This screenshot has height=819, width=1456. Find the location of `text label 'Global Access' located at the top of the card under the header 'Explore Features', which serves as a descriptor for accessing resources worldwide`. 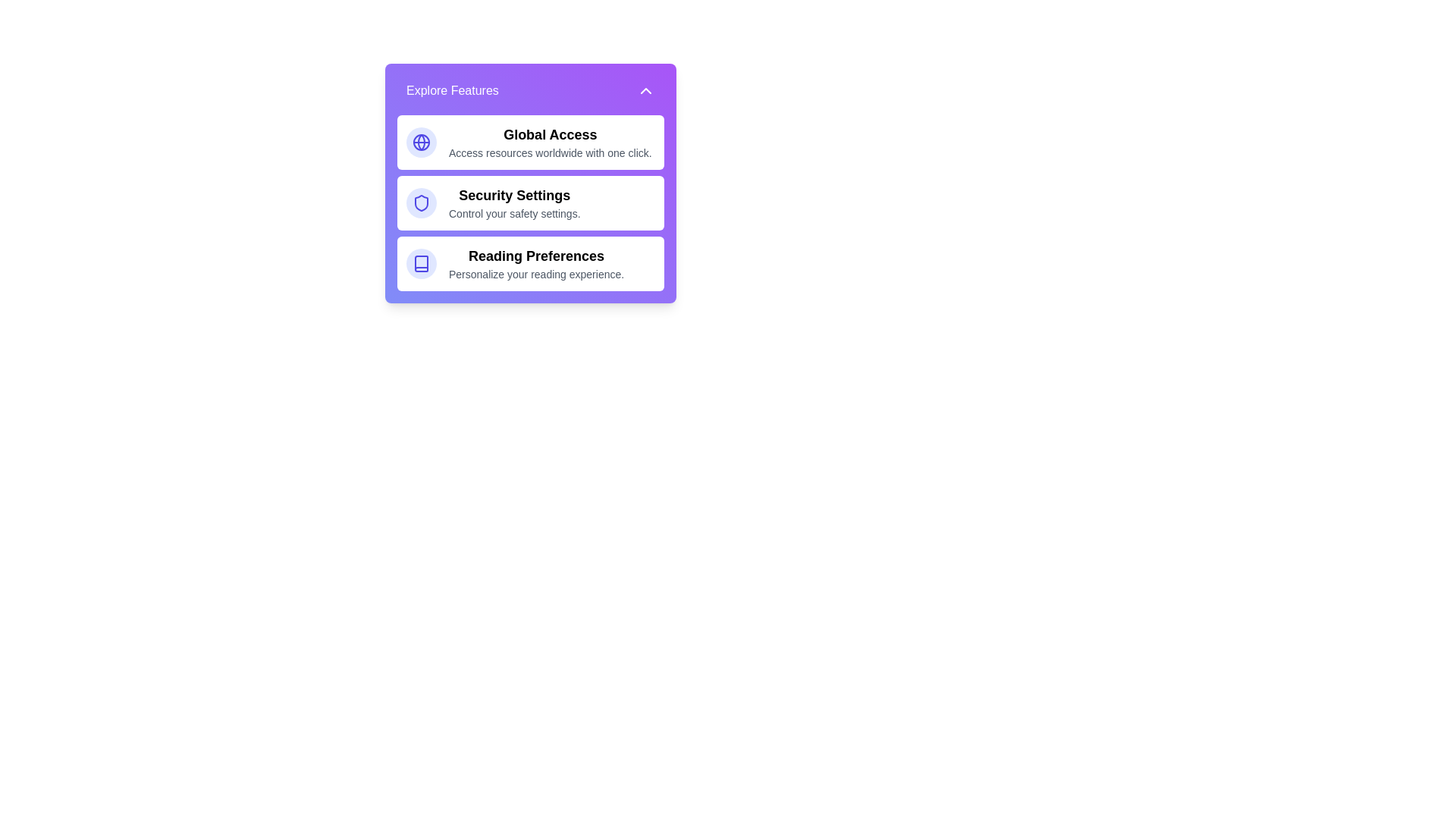

text label 'Global Access' located at the top of the card under the header 'Explore Features', which serves as a descriptor for accessing resources worldwide is located at coordinates (549, 133).